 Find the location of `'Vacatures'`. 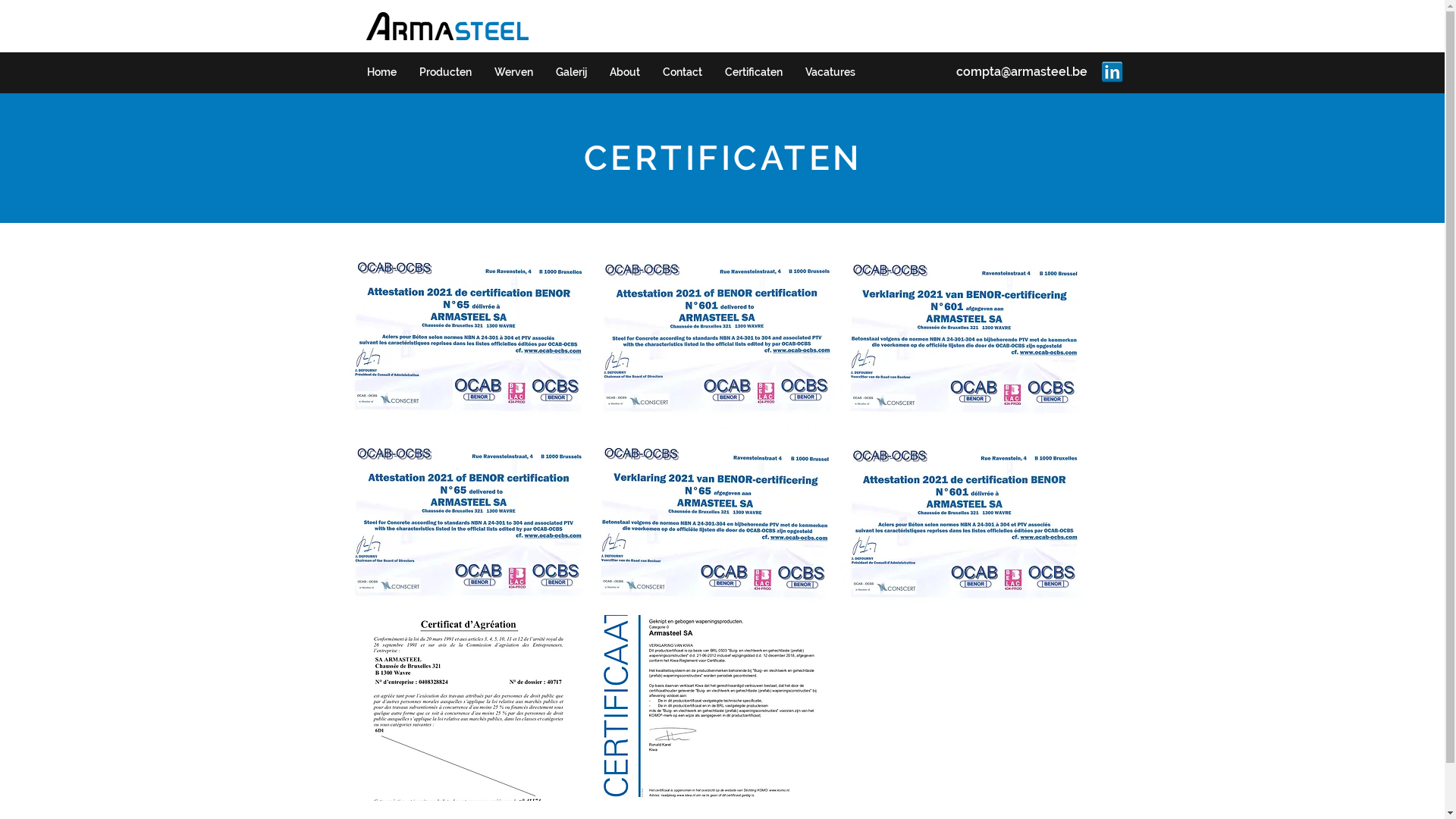

'Vacatures' is located at coordinates (829, 72).